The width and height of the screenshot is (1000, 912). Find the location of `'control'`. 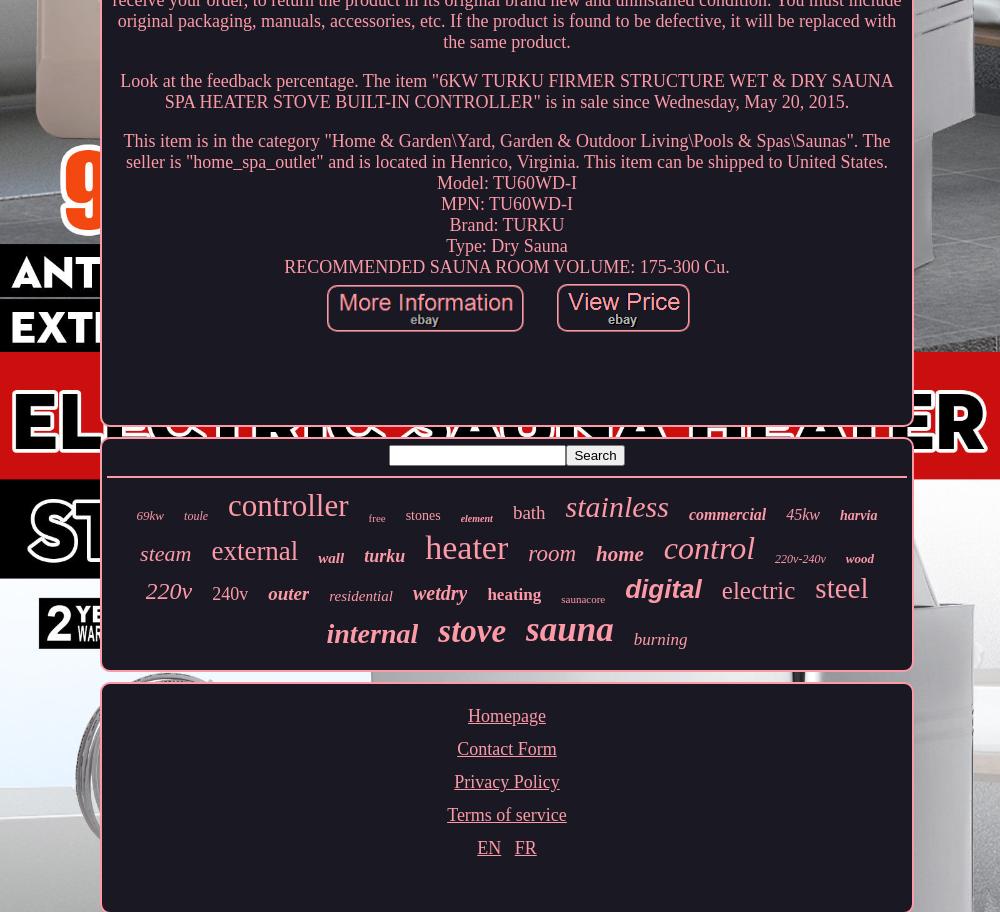

'control' is located at coordinates (663, 547).